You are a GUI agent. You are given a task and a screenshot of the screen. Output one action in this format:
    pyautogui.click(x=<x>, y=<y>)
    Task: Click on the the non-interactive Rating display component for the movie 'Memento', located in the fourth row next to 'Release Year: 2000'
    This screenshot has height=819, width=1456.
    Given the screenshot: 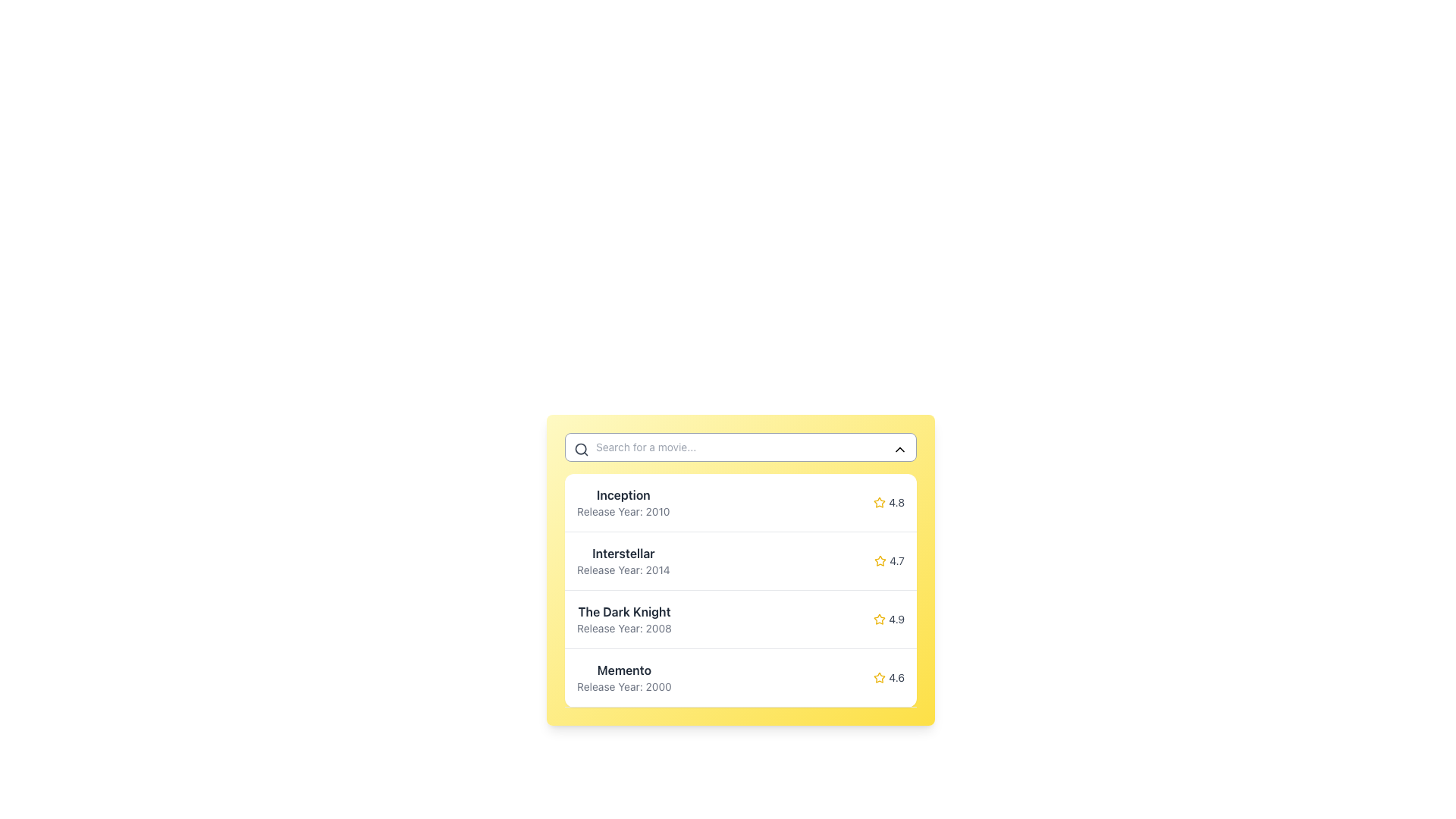 What is the action you would take?
    pyautogui.click(x=889, y=677)
    